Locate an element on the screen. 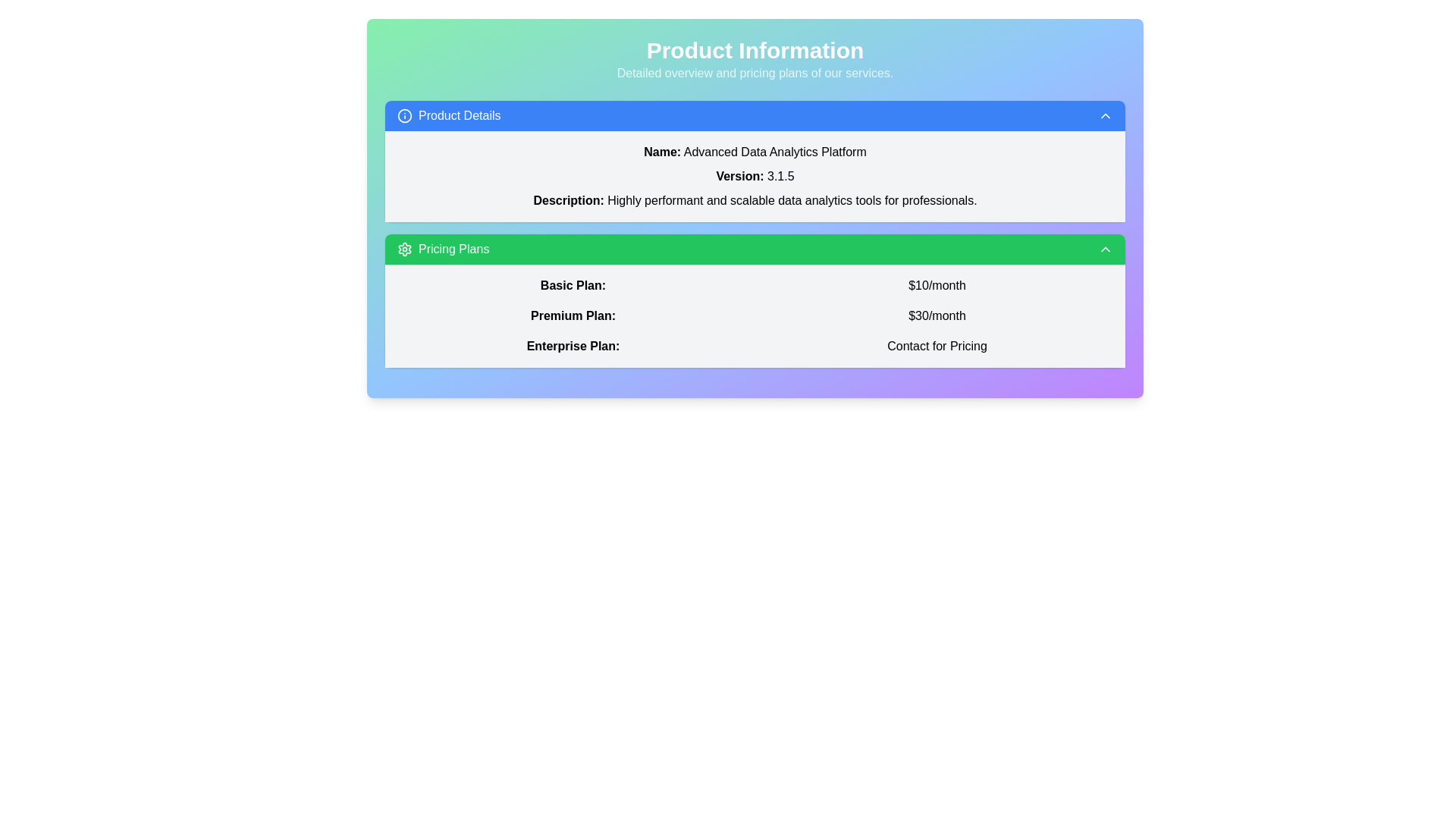  the informational text about the pricing for the 'Enterprise Plan', located at the bottom of the 'Pricing Plans' section, to the right of the label 'Enterprise Plan:' is located at coordinates (937, 346).